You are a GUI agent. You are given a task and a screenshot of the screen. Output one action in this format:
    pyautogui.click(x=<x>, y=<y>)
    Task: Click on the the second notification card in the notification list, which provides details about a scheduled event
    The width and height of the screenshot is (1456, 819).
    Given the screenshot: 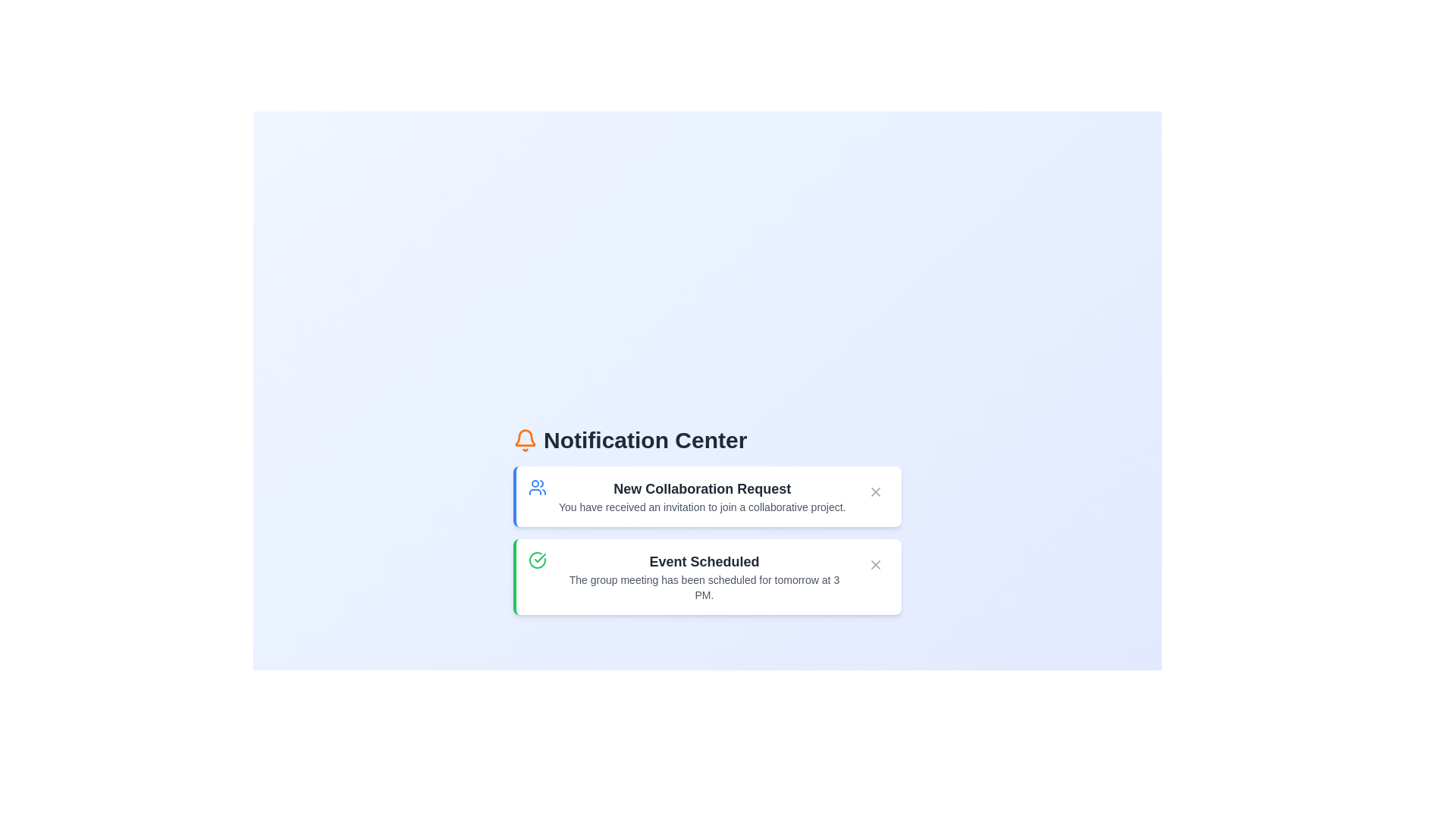 What is the action you would take?
    pyautogui.click(x=703, y=576)
    